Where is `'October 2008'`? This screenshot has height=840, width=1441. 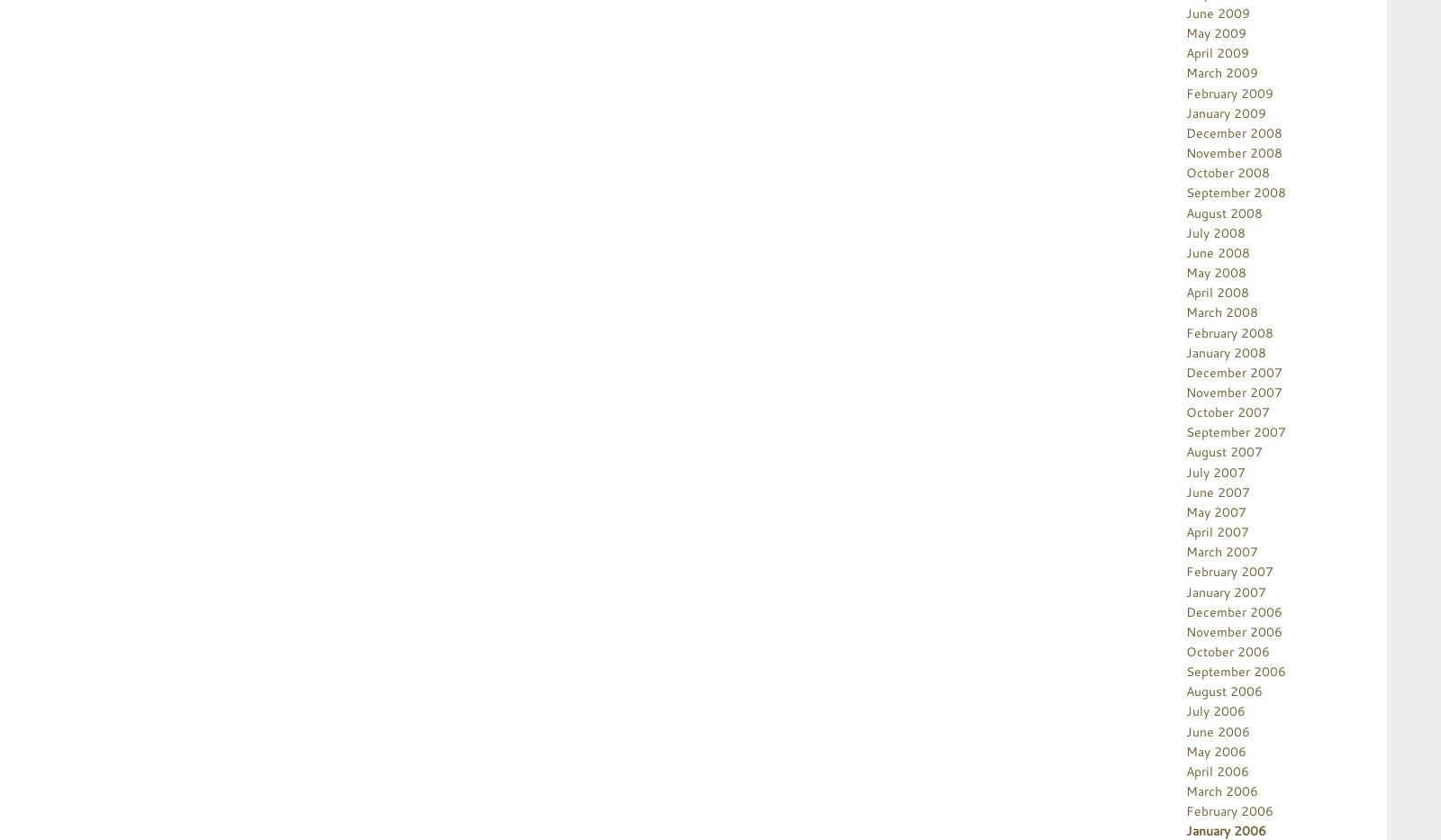
'October 2008' is located at coordinates (1227, 172).